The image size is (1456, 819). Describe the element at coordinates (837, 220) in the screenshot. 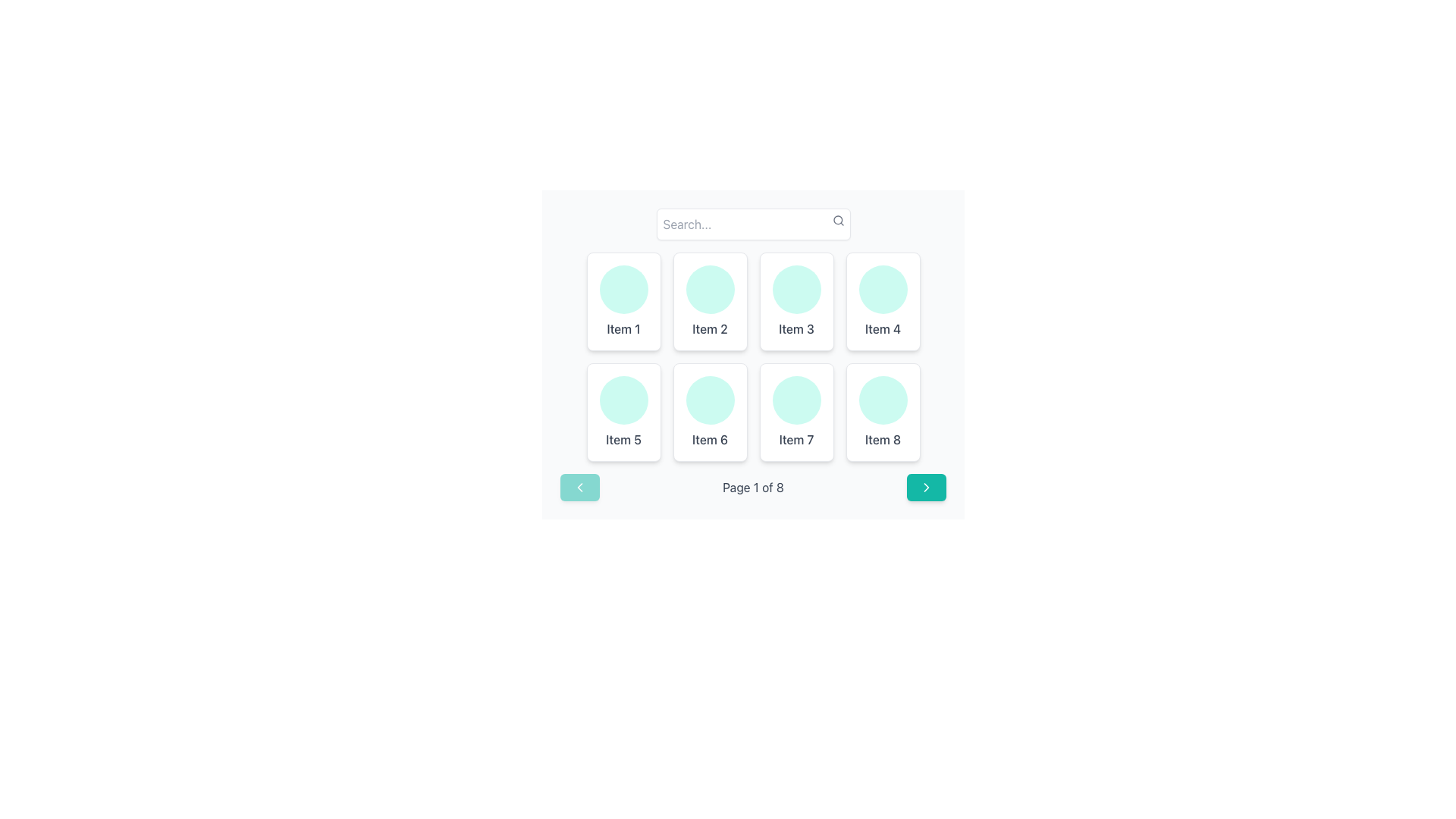

I see `the icon located at the upper-right corner of the search input component` at that location.